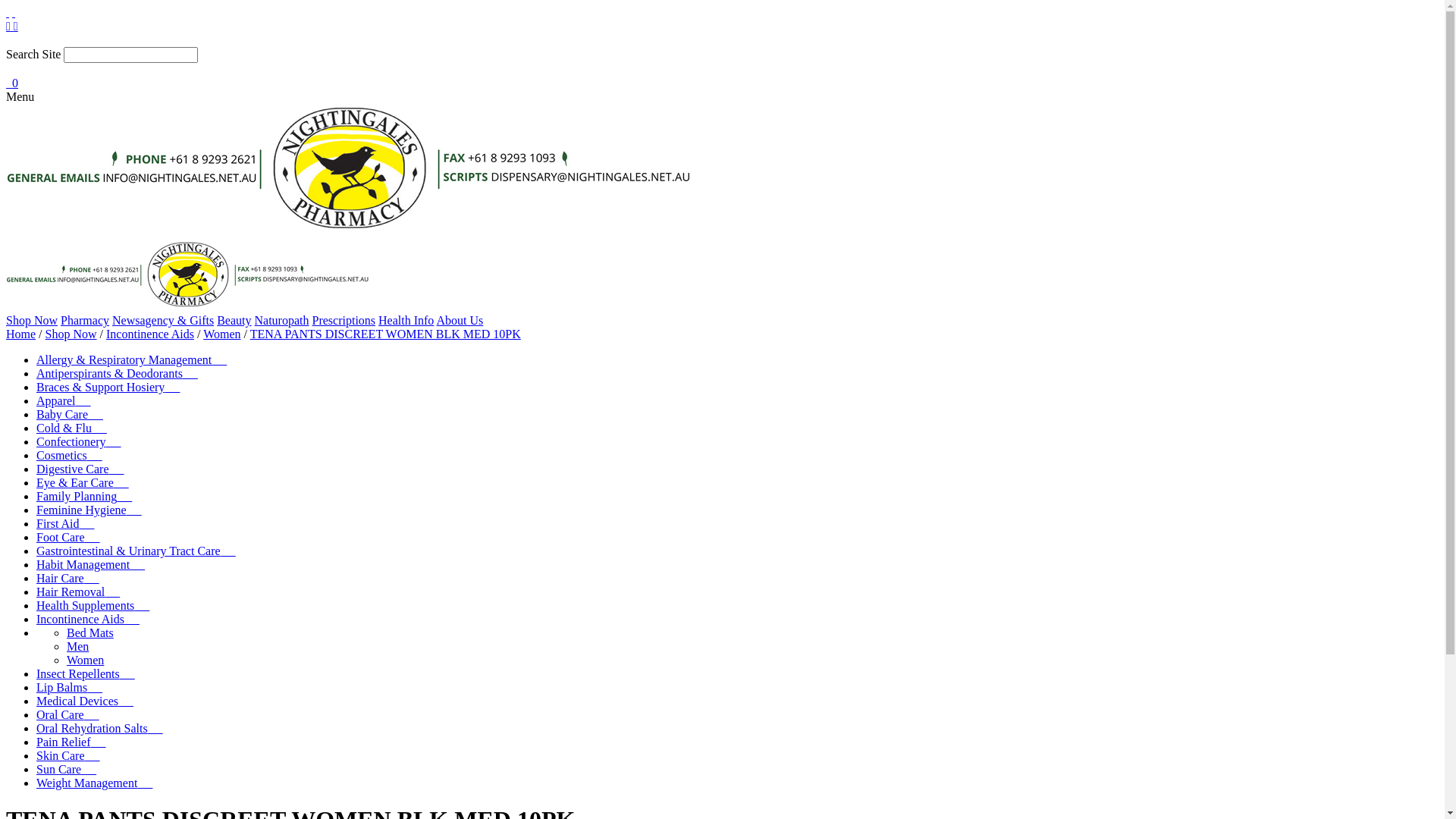 Image resolution: width=1456 pixels, height=819 pixels. Describe the element at coordinates (406, 319) in the screenshot. I see `'Health Info'` at that location.